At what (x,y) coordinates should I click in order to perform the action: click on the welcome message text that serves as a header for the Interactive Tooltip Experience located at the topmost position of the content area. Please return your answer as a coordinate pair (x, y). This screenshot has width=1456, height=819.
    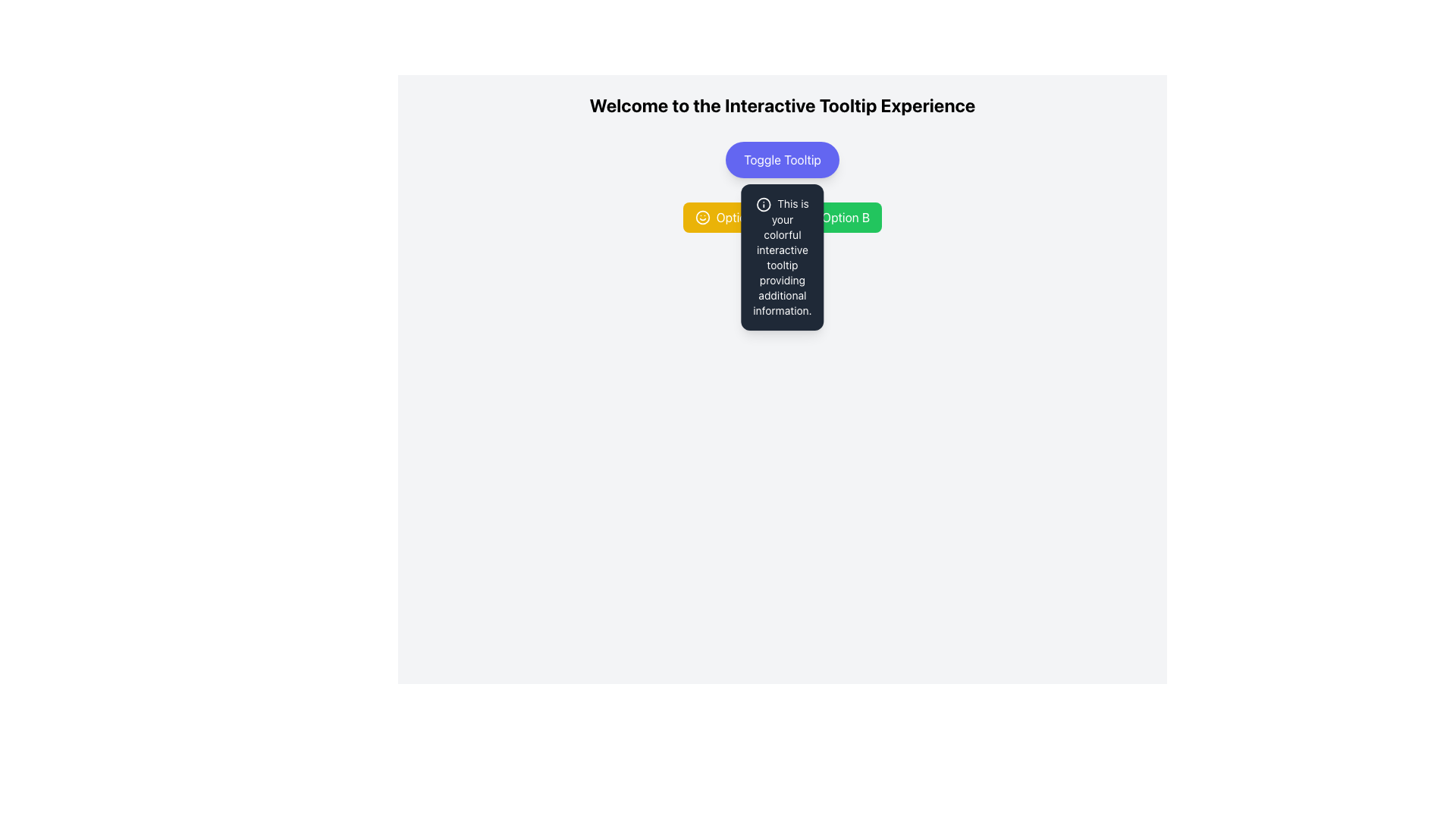
    Looking at the image, I should click on (783, 104).